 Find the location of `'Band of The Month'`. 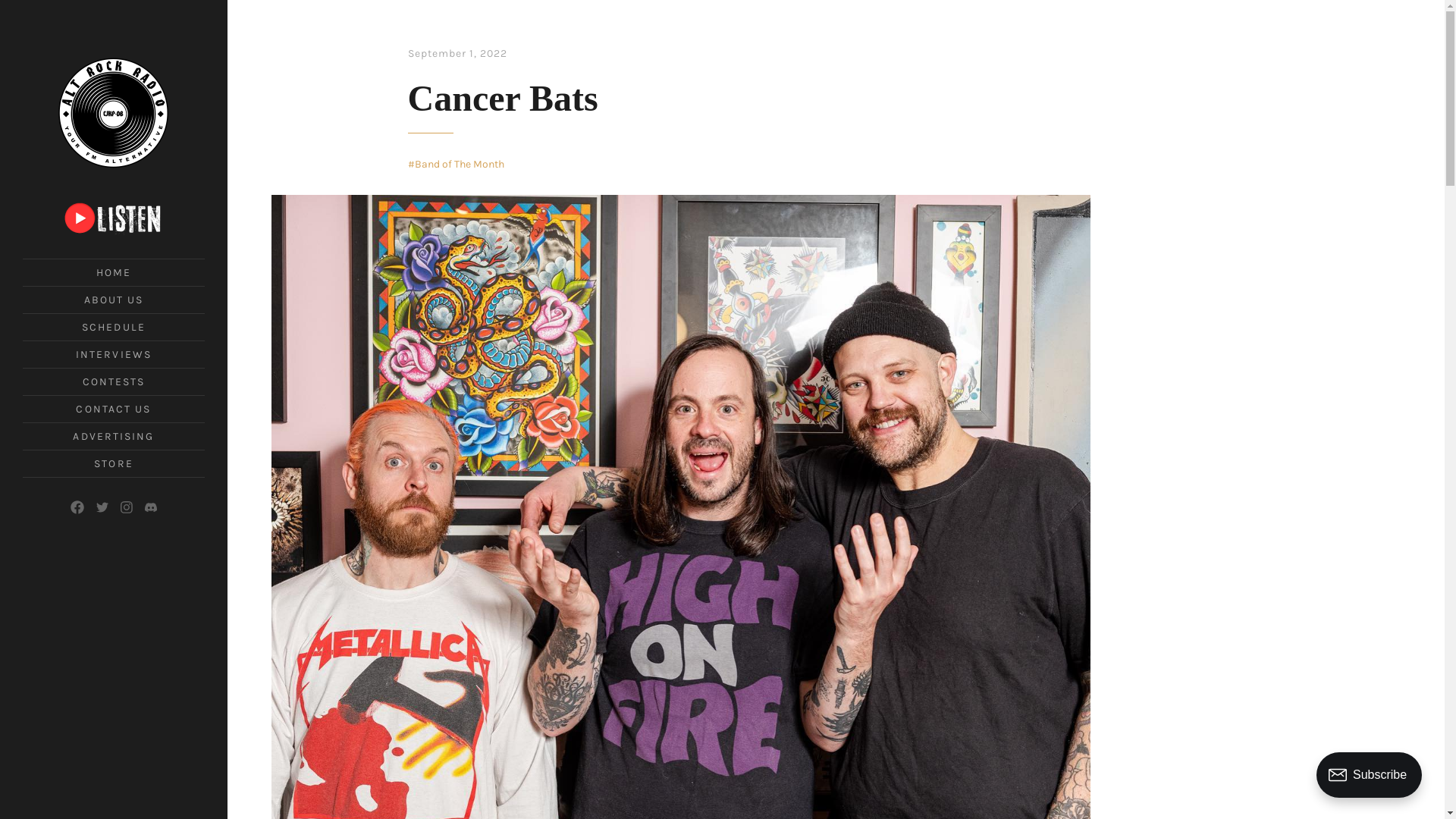

'Band of The Month' is located at coordinates (455, 164).